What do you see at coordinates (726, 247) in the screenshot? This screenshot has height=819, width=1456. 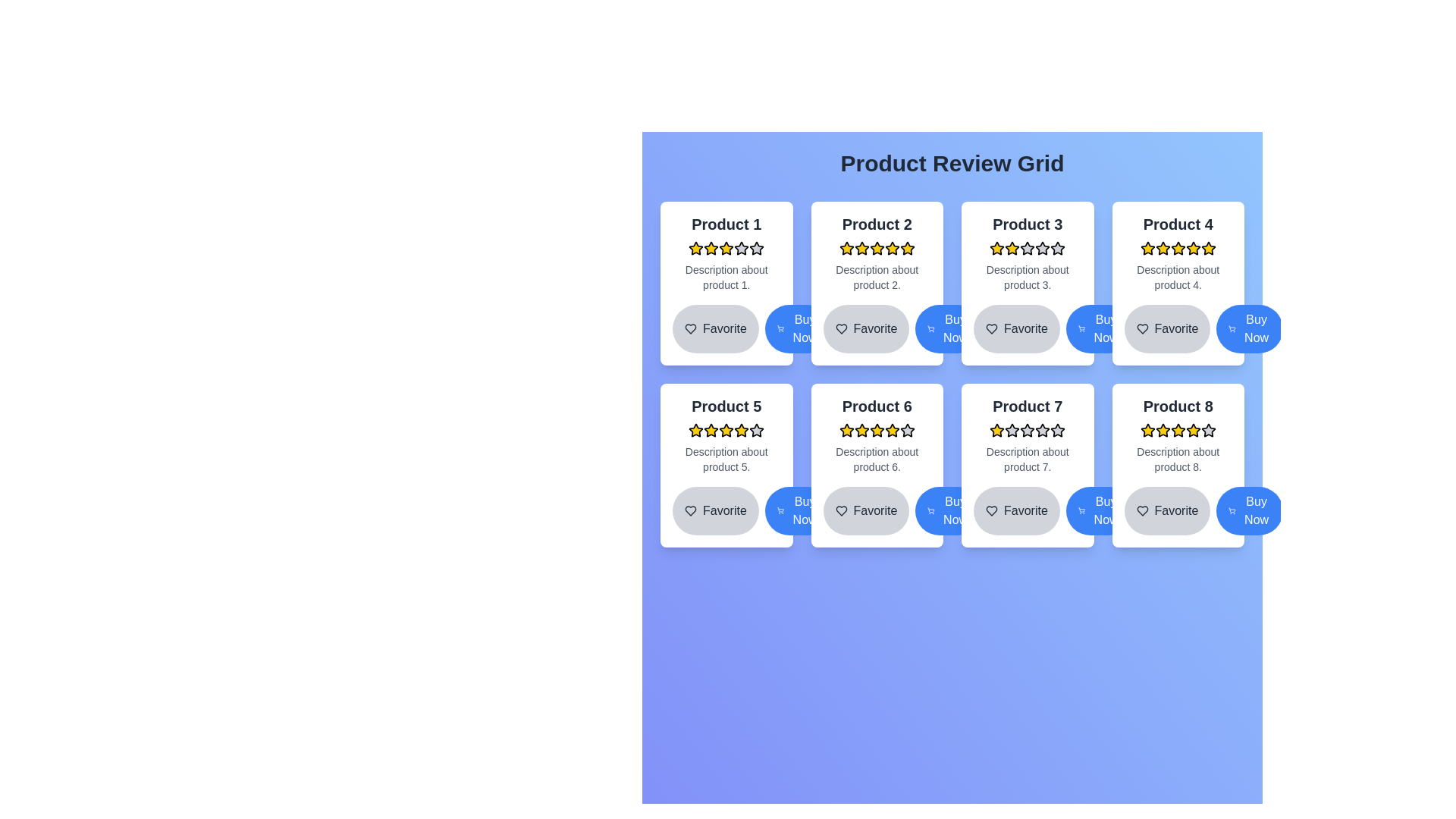 I see `the Rating display for 'Product 1', which visually represents the product's rating out of five stars, located in the upper middle part of the card, below the product name and above the product description` at bounding box center [726, 247].